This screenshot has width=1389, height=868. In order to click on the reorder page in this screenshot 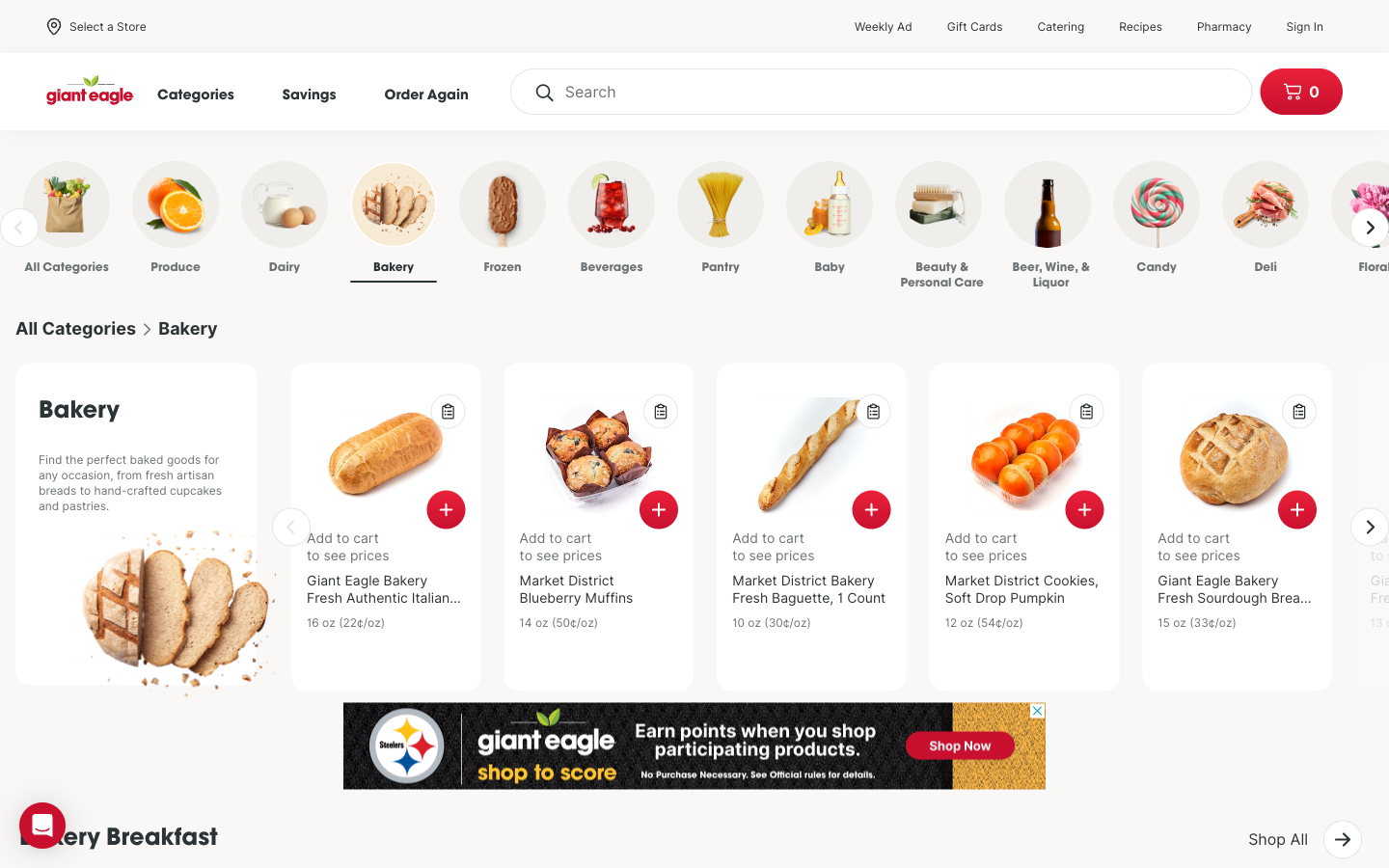, I will do `click(436, 93)`.